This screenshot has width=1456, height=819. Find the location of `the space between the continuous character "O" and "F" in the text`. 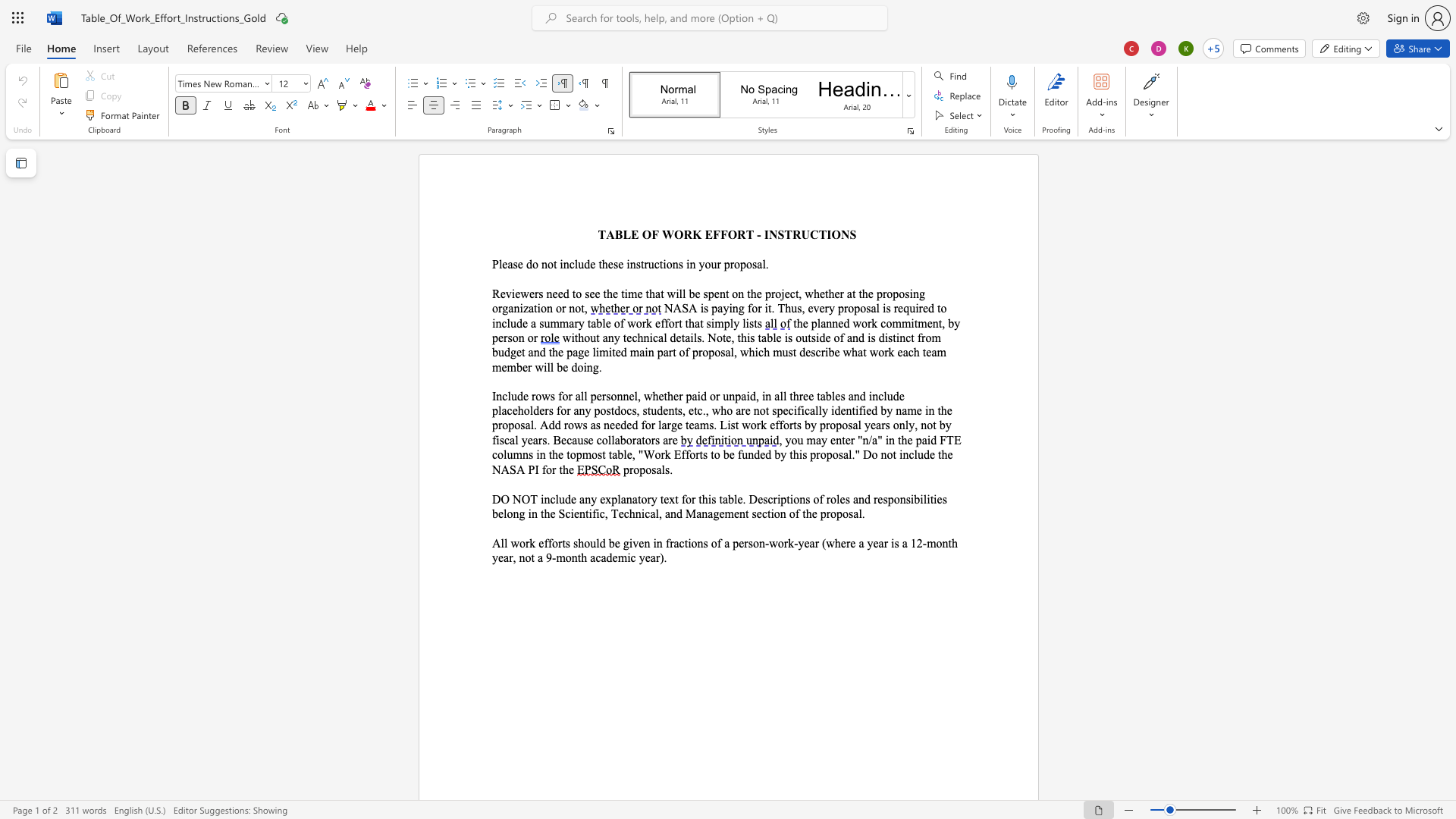

the space between the continuous character "O" and "F" in the text is located at coordinates (651, 234).